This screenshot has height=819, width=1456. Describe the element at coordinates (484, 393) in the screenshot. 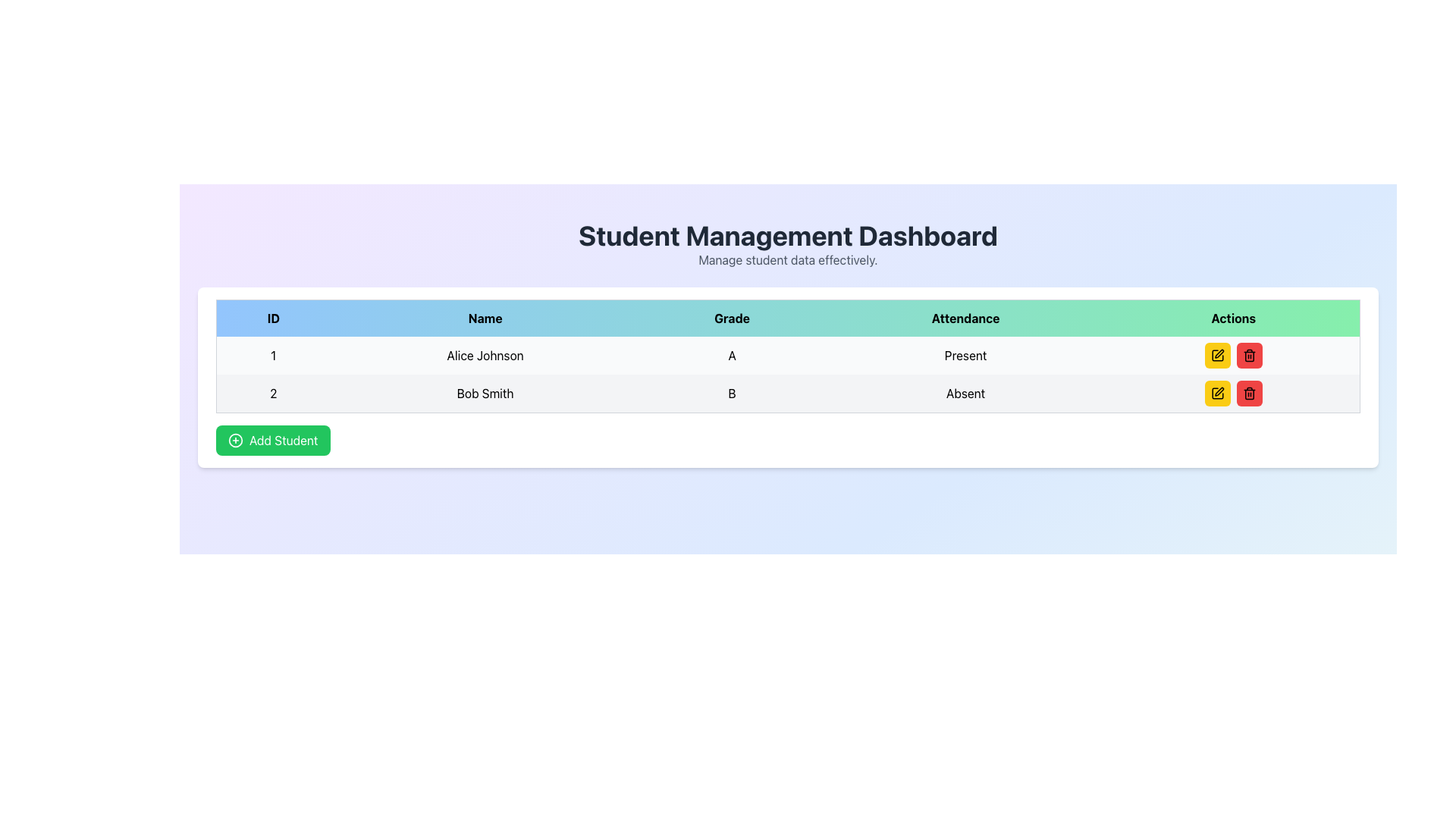

I see `the text label representing the name 'Bob Smith' in the second row of the table` at that location.